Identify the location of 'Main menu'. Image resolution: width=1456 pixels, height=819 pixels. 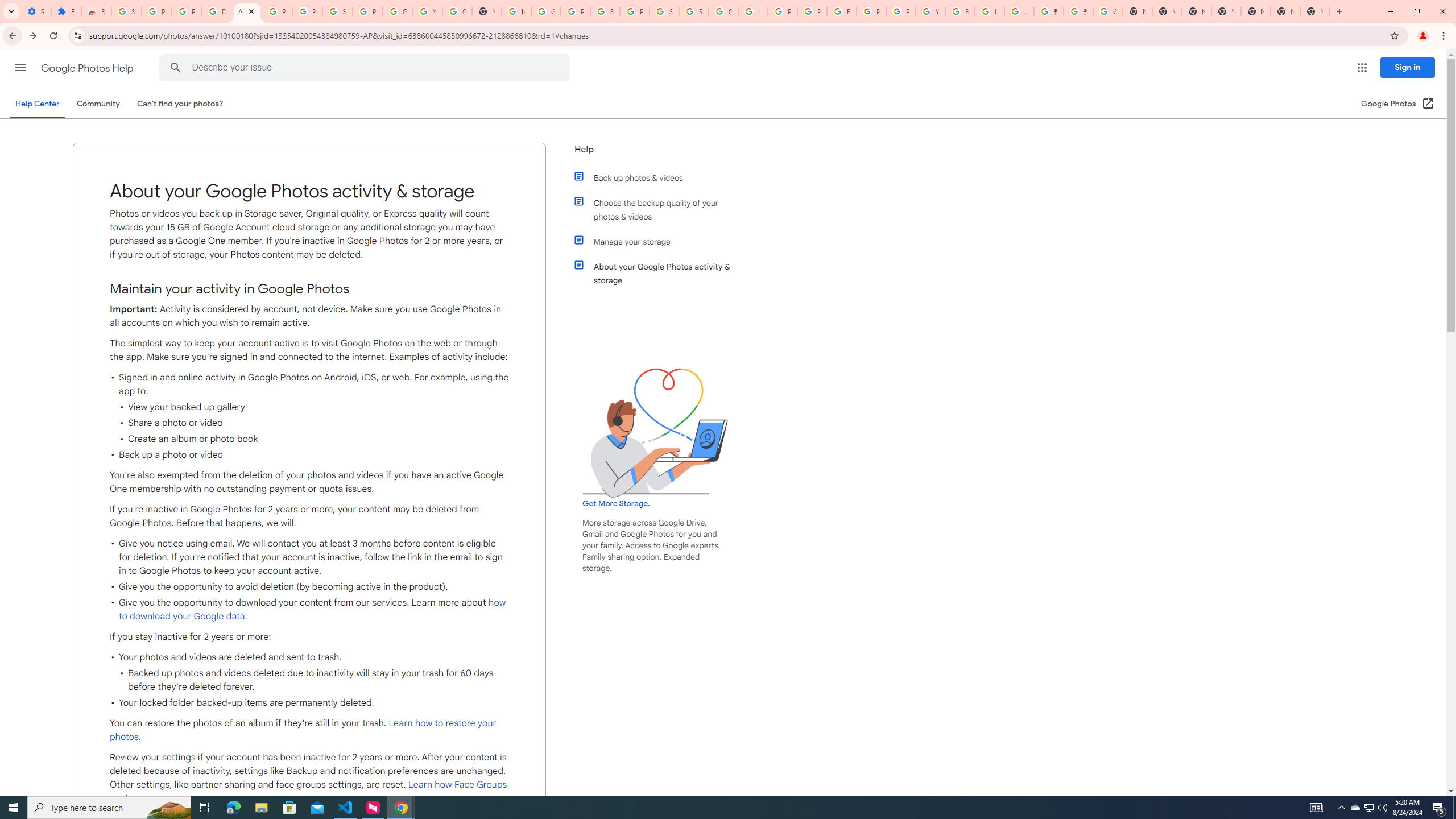
(19, 67).